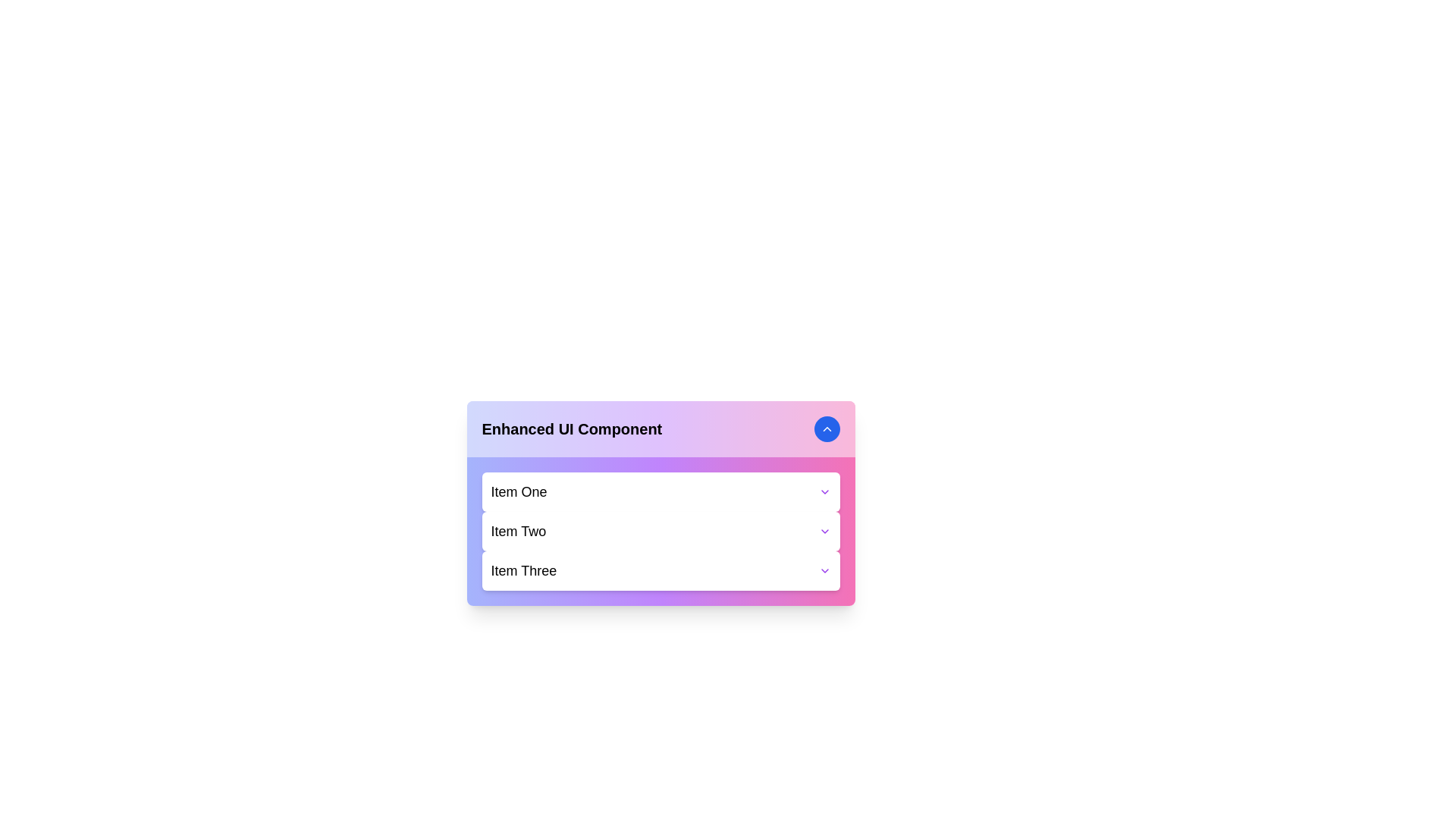 This screenshot has height=819, width=1456. What do you see at coordinates (518, 531) in the screenshot?
I see `the static text label 'Item Two' in the dropdown list, which is positioned as the second item between 'Item One' and 'Item Three'` at bounding box center [518, 531].